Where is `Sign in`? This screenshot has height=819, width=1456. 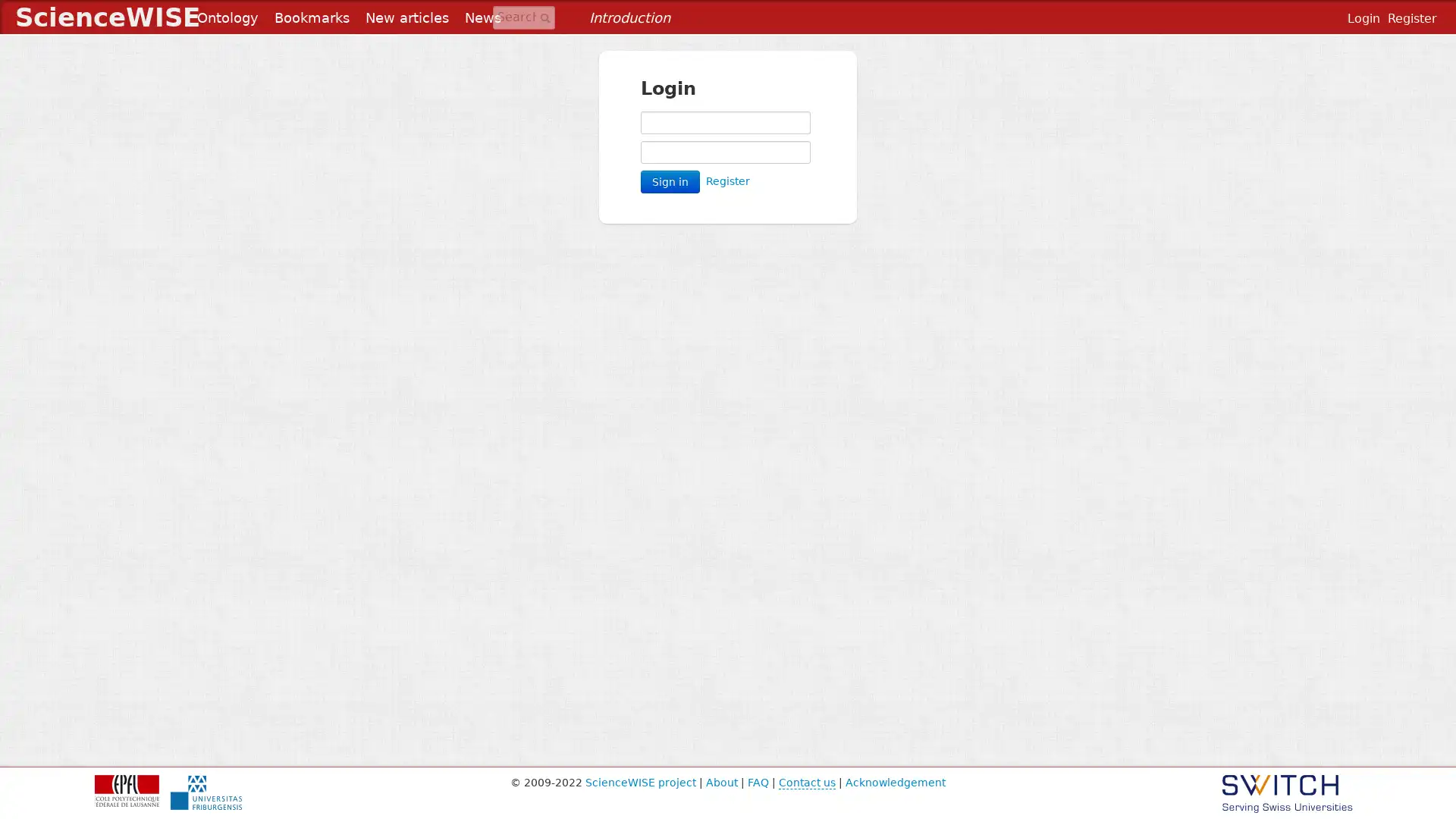 Sign in is located at coordinates (669, 180).